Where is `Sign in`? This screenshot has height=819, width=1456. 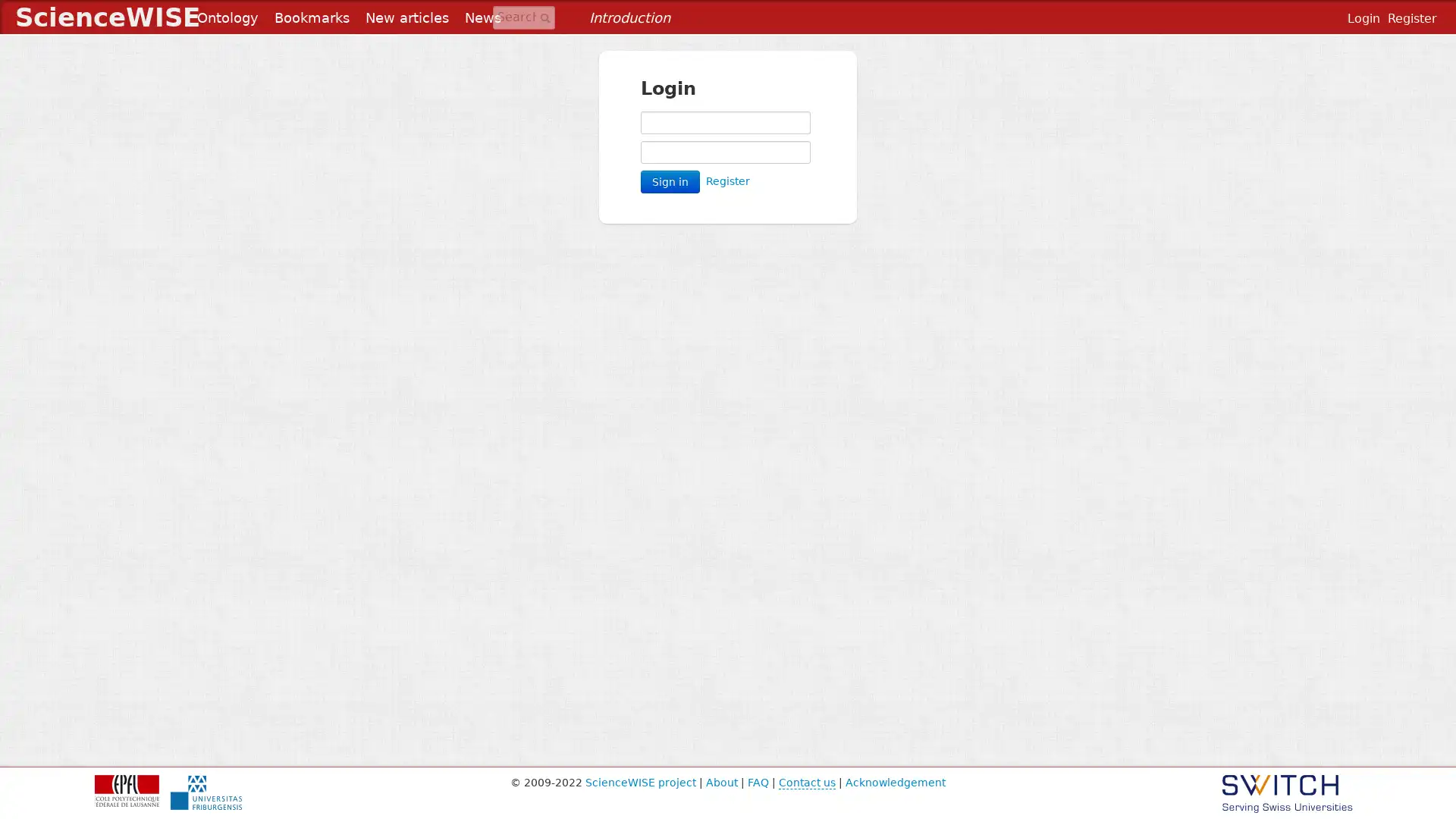 Sign in is located at coordinates (669, 180).